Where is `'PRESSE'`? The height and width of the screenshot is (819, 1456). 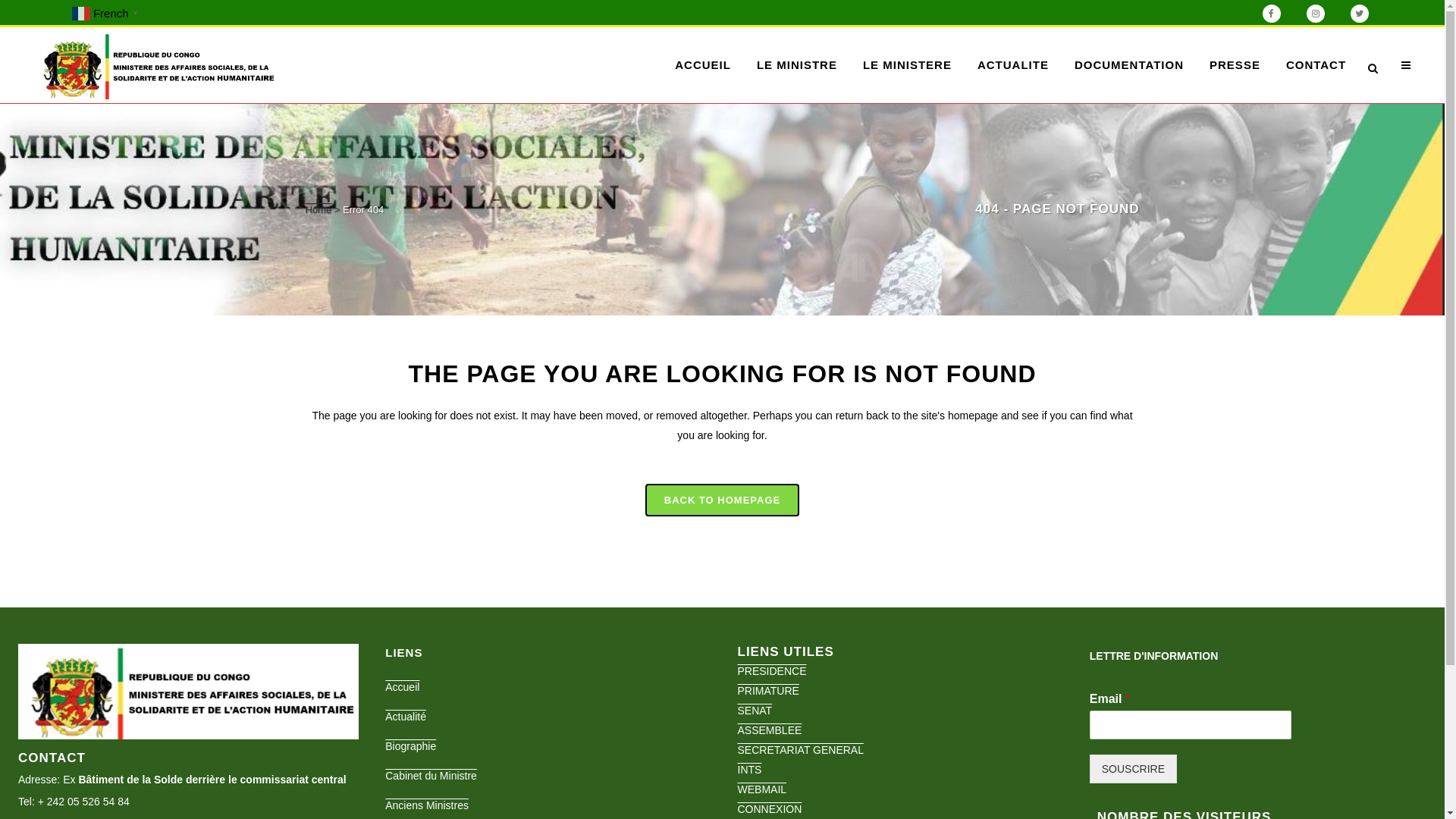 'PRESSE' is located at coordinates (1235, 64).